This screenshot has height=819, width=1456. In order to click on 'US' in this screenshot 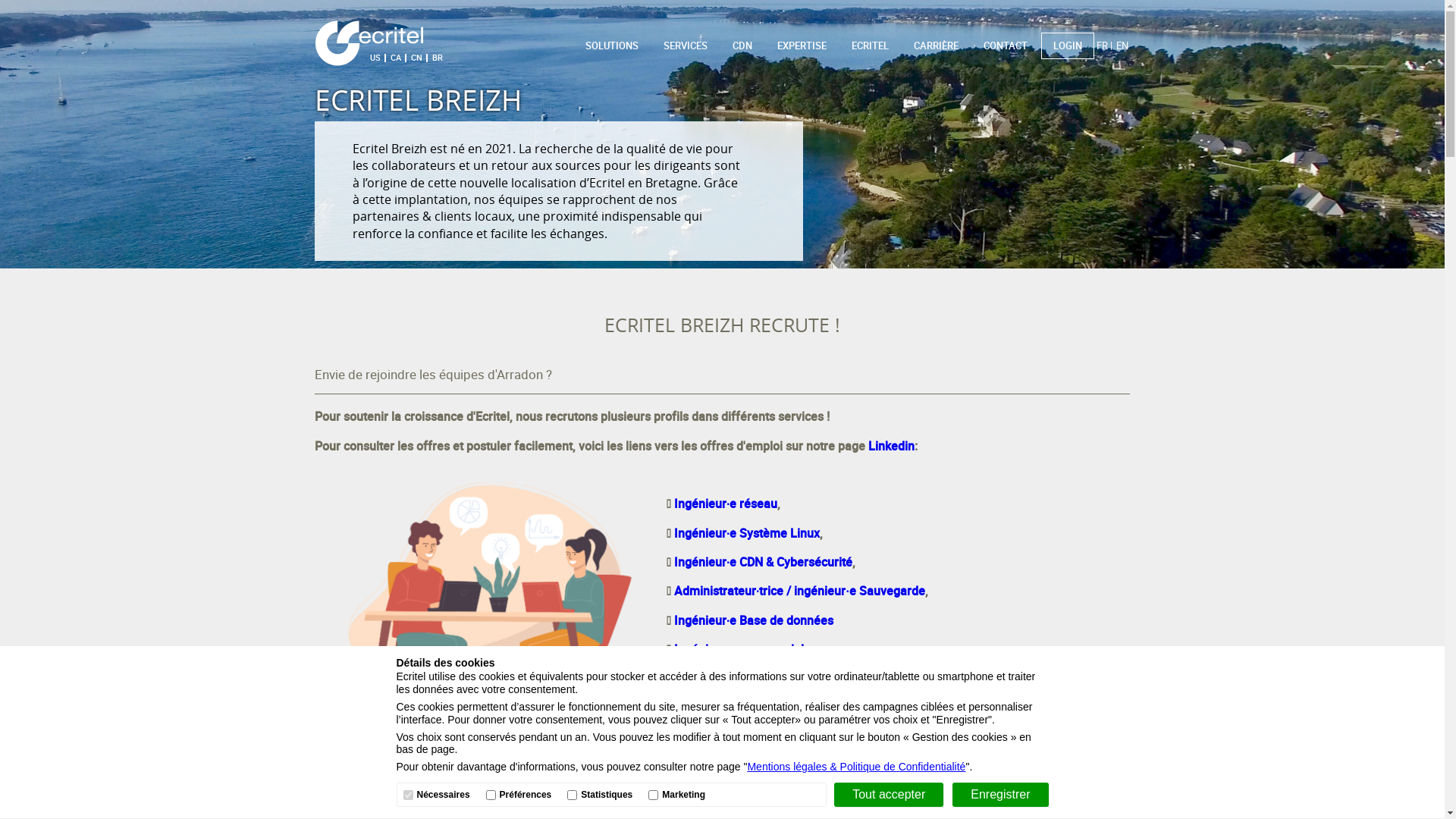, I will do `click(375, 57)`.